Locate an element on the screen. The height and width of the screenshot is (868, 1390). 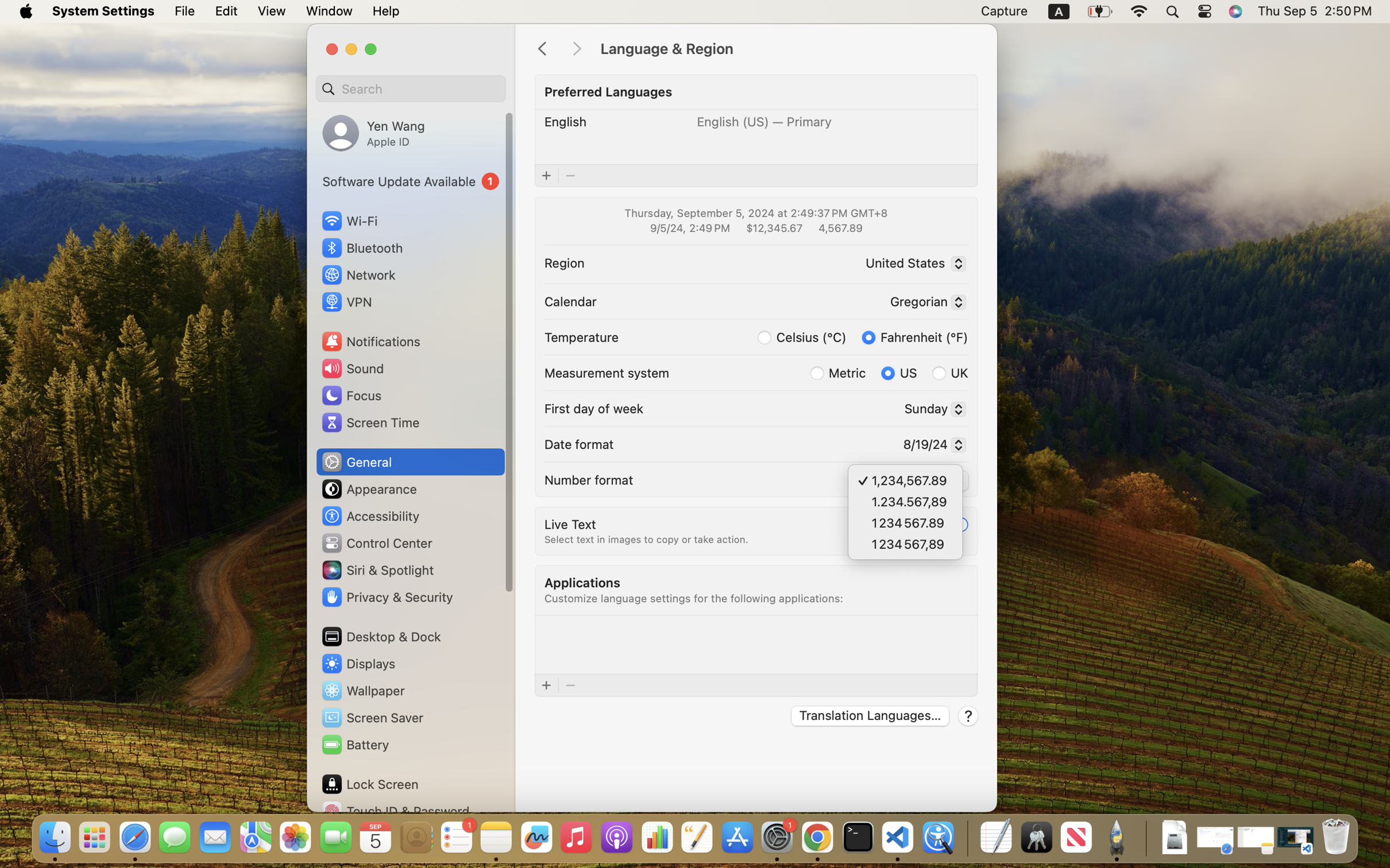
'General' is located at coordinates (355, 461).